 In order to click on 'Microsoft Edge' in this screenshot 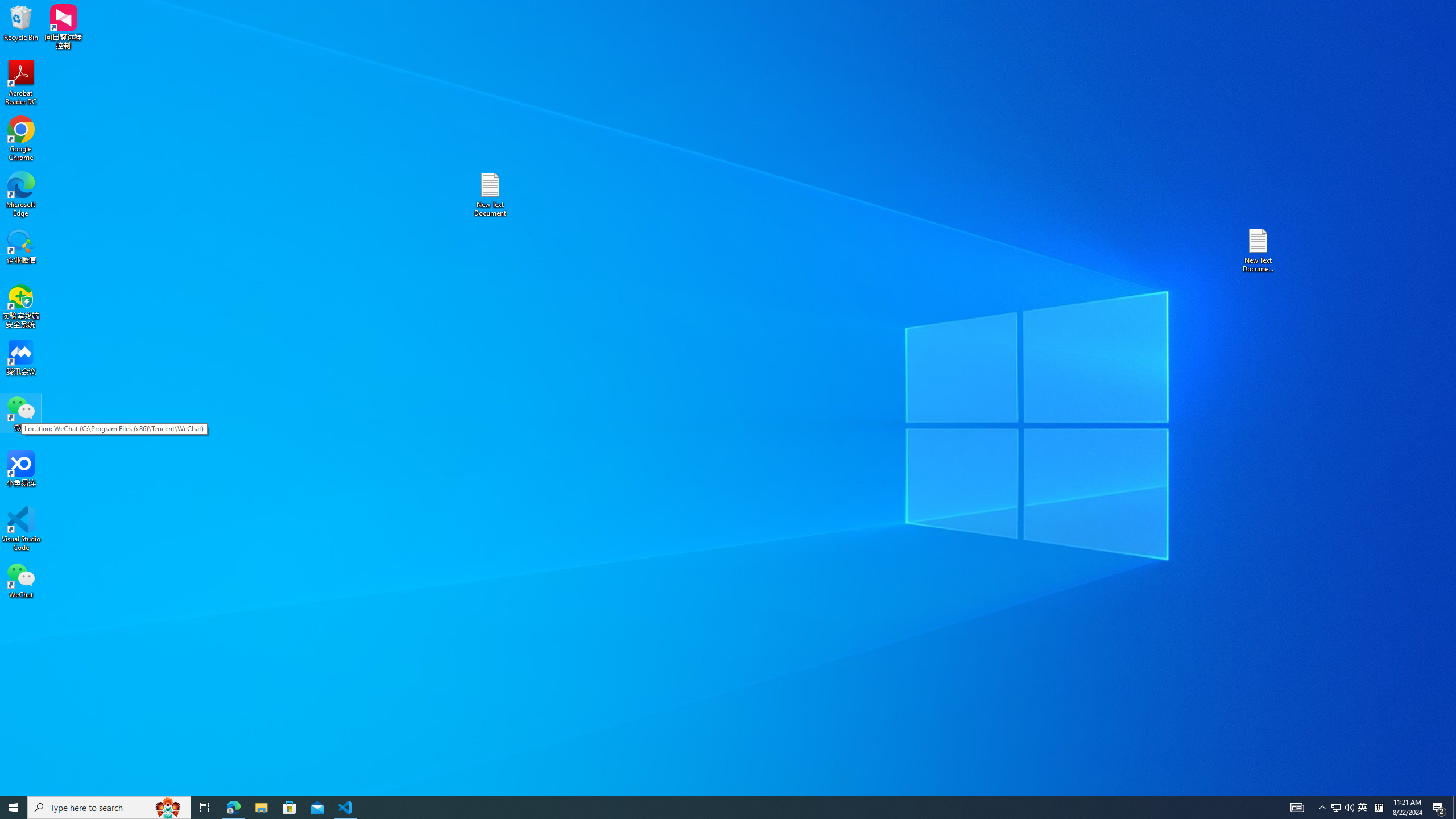, I will do `click(20, 194)`.